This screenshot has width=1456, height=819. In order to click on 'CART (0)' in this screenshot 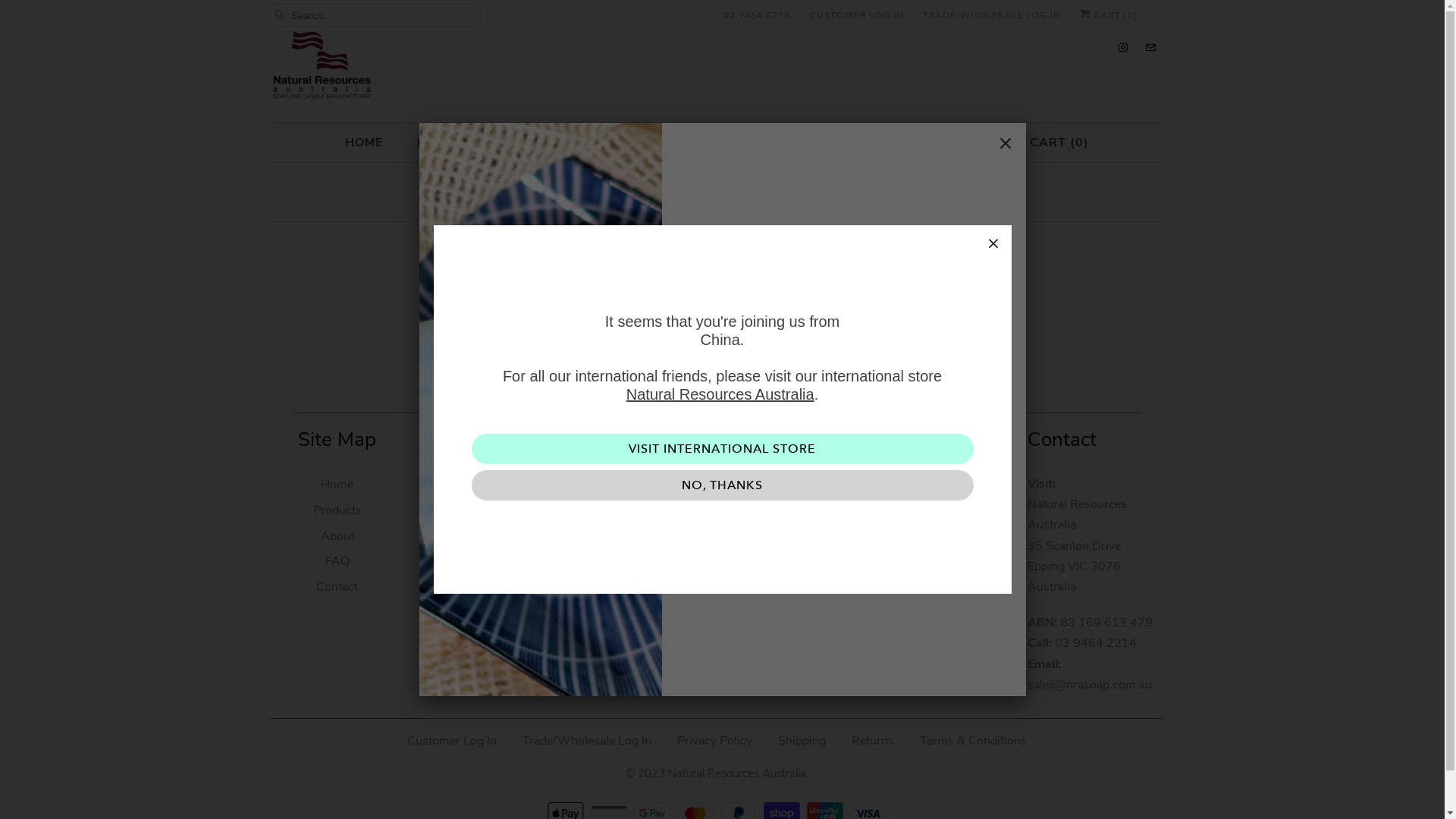, I will do `click(1050, 143)`.